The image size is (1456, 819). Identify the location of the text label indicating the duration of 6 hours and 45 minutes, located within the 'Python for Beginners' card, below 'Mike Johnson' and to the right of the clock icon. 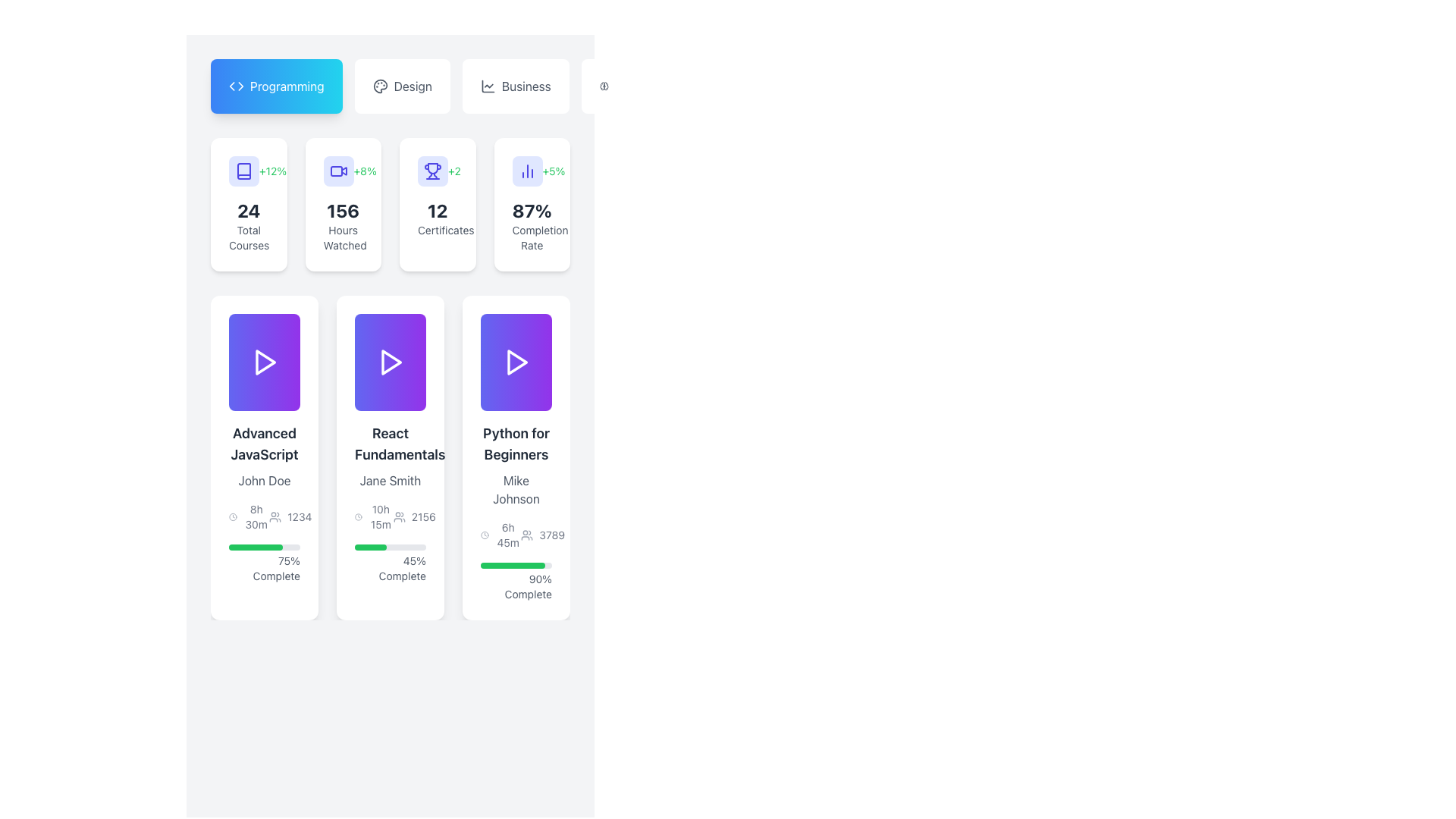
(508, 534).